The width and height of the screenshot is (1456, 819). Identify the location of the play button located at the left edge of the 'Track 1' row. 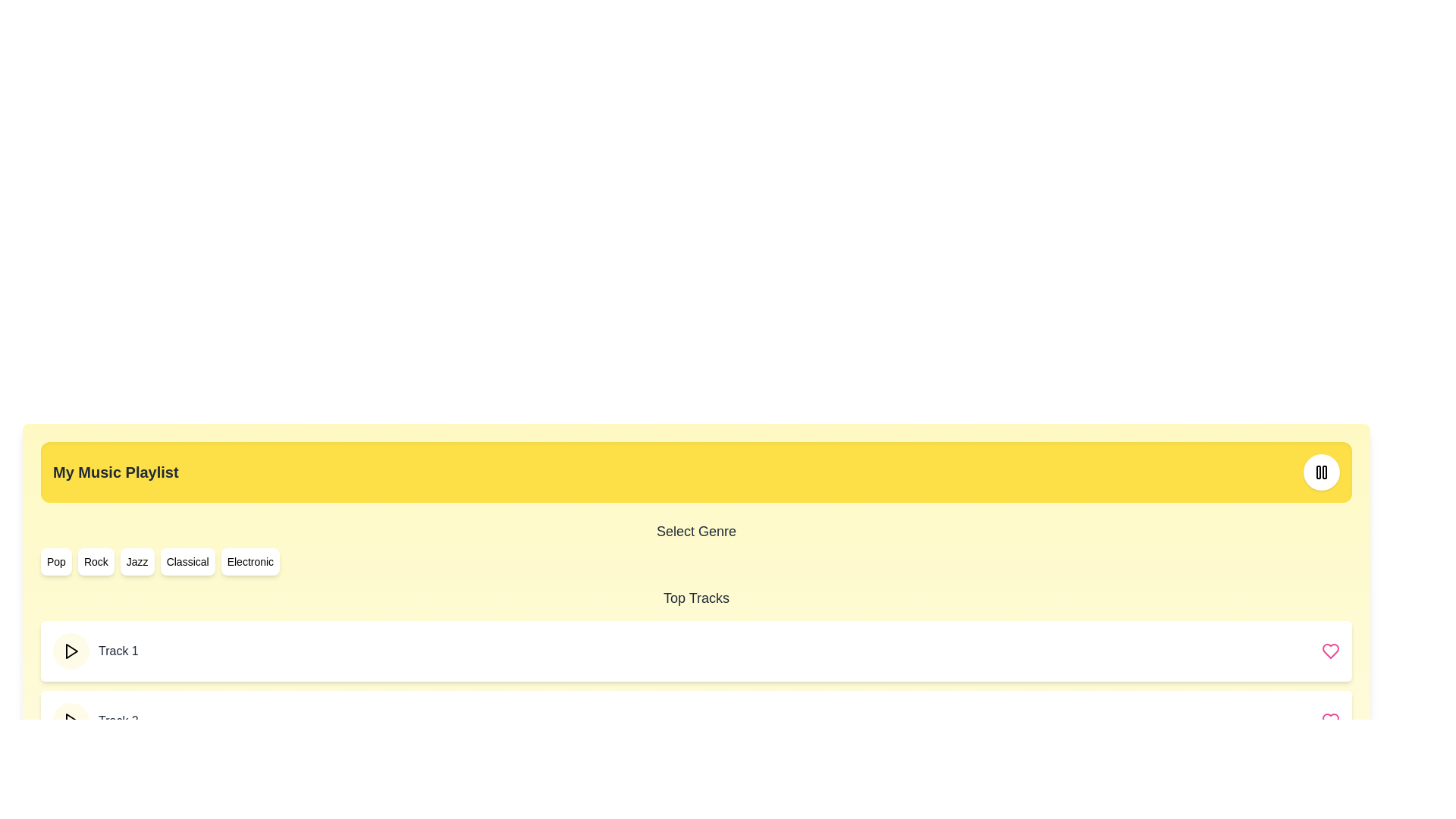
(71, 651).